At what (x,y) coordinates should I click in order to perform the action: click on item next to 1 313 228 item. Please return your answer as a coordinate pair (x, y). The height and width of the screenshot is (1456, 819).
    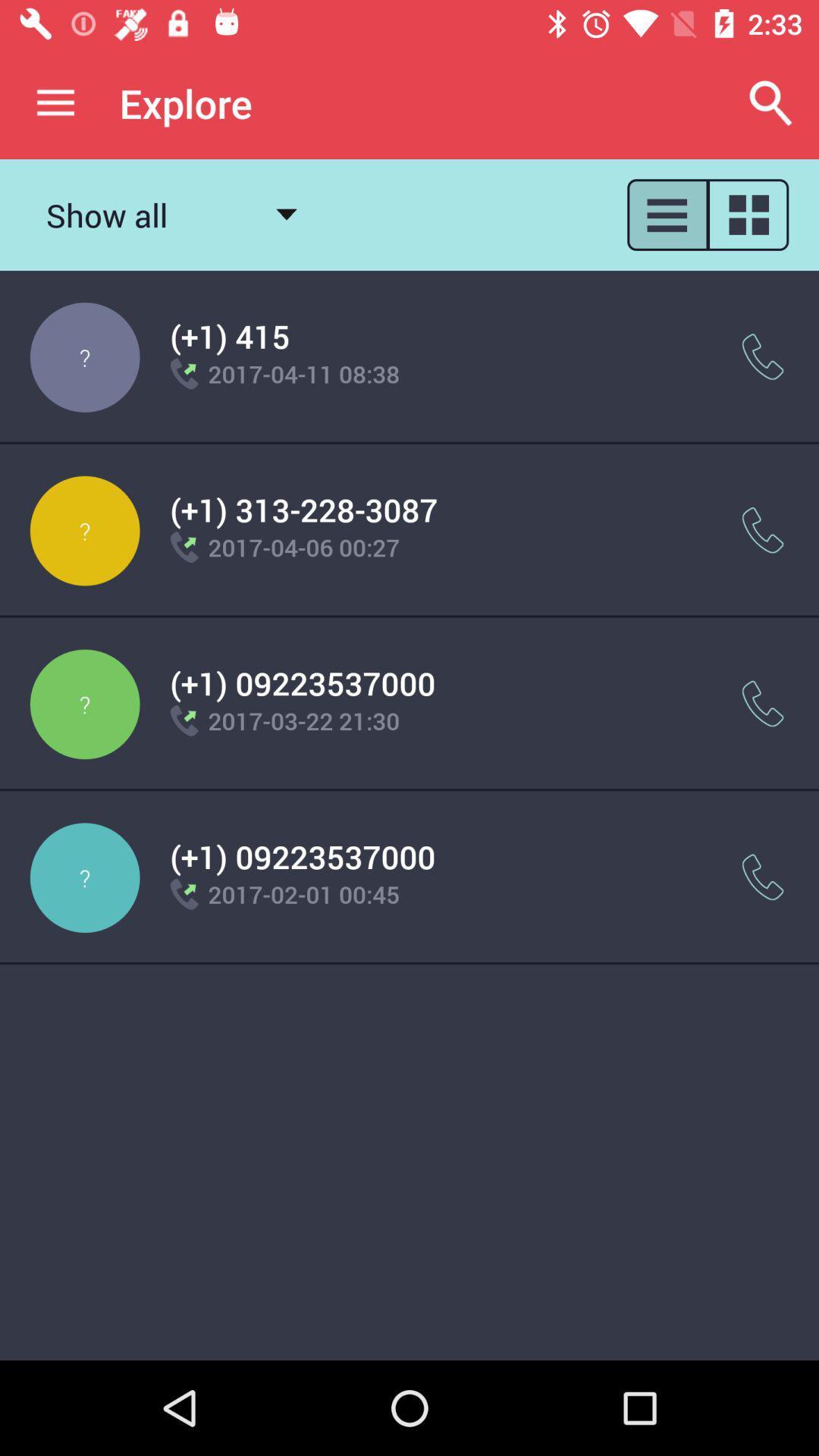
    Looking at the image, I should click on (763, 530).